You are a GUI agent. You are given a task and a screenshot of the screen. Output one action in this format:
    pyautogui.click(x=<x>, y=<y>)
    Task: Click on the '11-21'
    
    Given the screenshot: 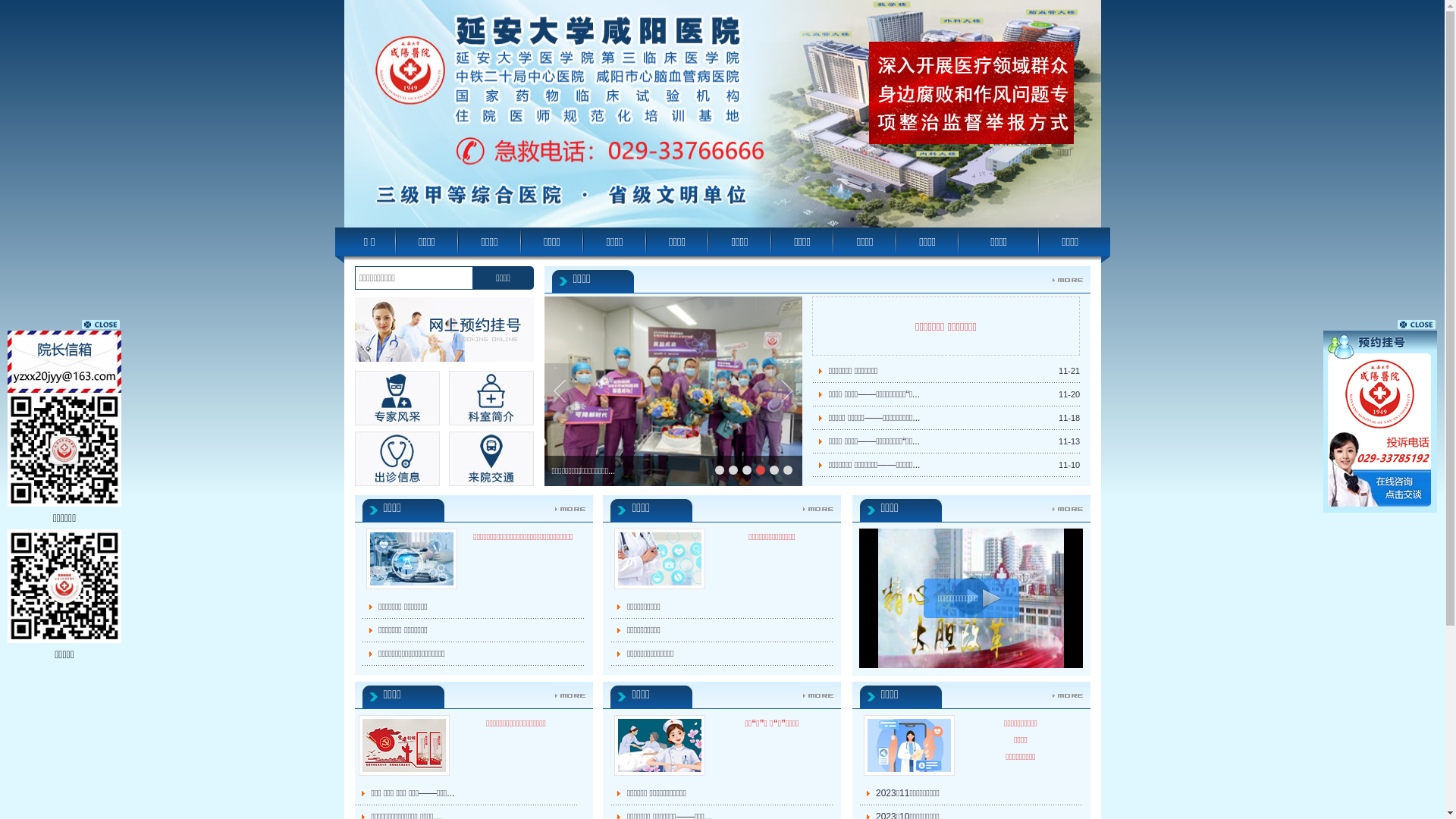 What is the action you would take?
    pyautogui.click(x=1068, y=371)
    